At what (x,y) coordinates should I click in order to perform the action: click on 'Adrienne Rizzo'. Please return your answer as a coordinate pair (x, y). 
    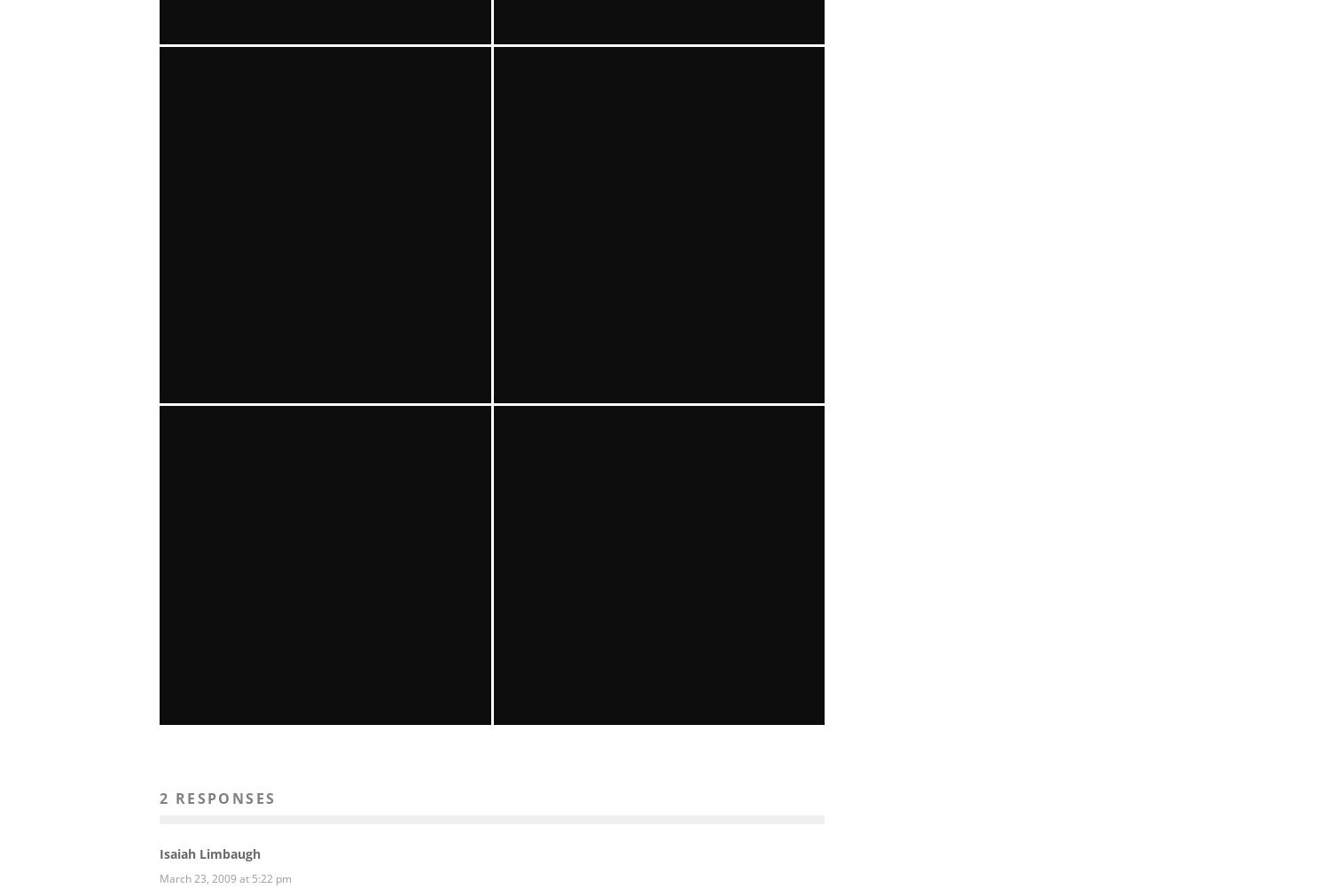
    Looking at the image, I should click on (622, 492).